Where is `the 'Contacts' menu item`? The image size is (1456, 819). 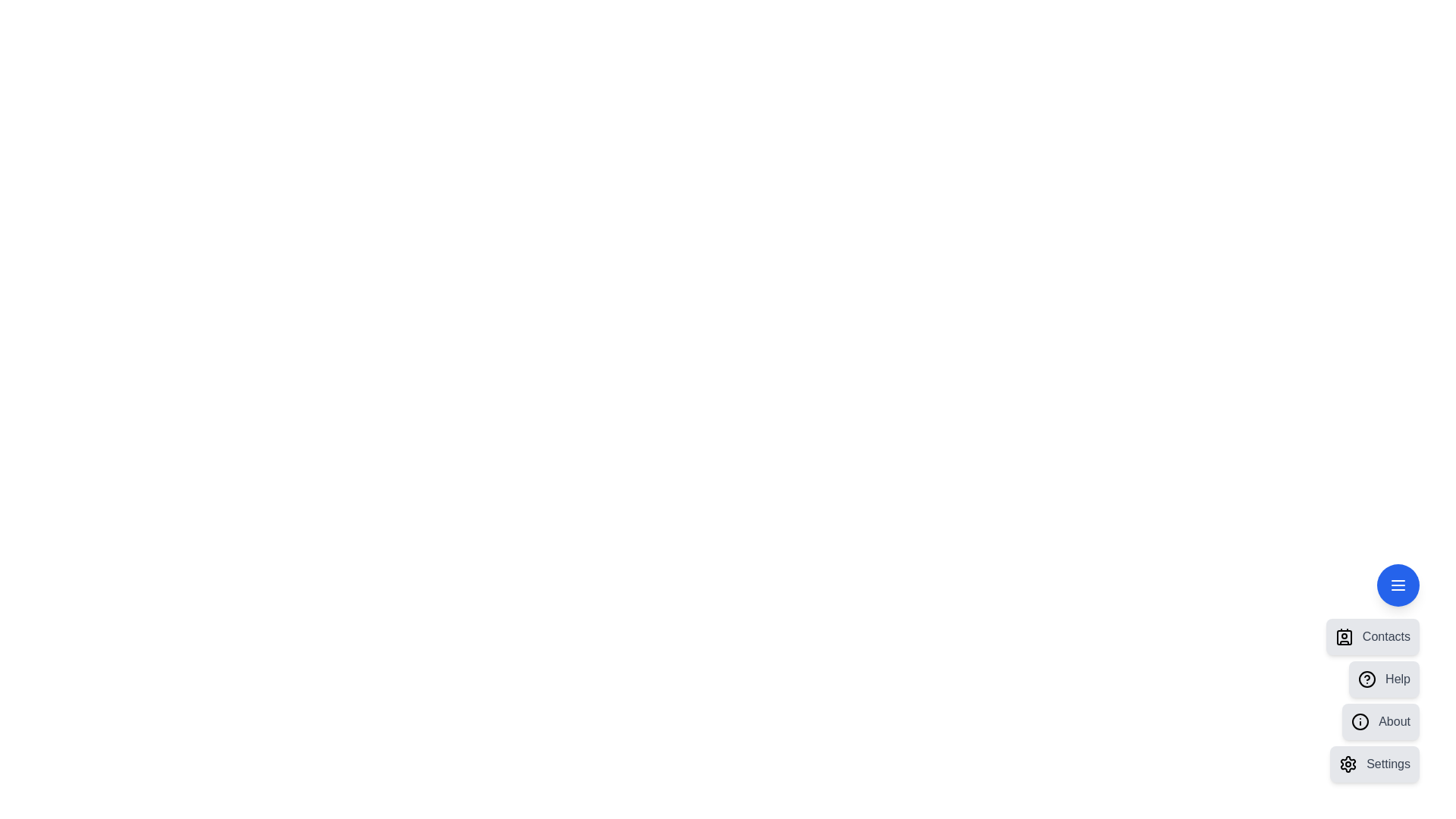 the 'Contacts' menu item is located at coordinates (1372, 637).